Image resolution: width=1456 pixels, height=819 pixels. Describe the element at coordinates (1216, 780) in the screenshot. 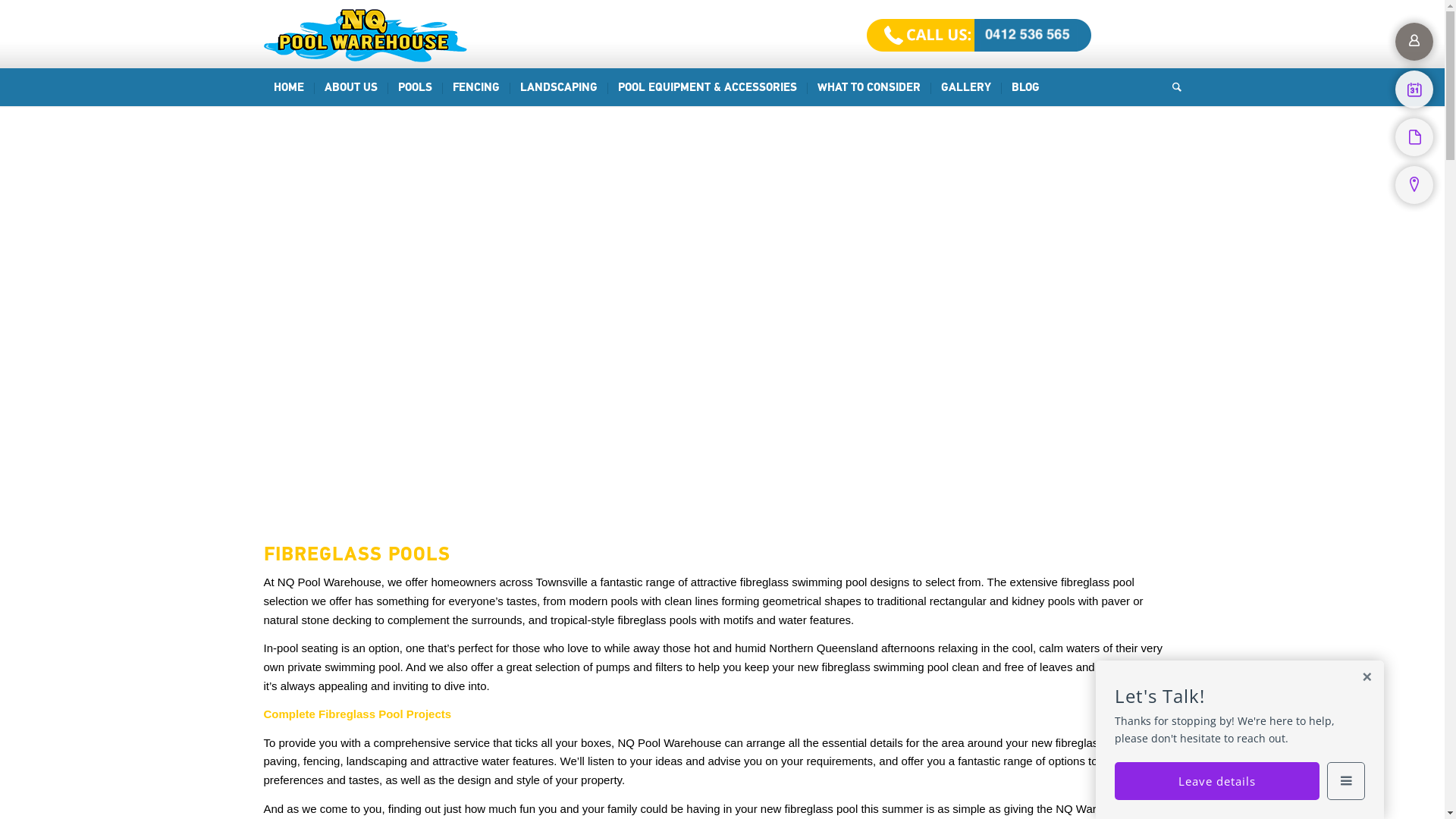

I see `'Leave details'` at that location.